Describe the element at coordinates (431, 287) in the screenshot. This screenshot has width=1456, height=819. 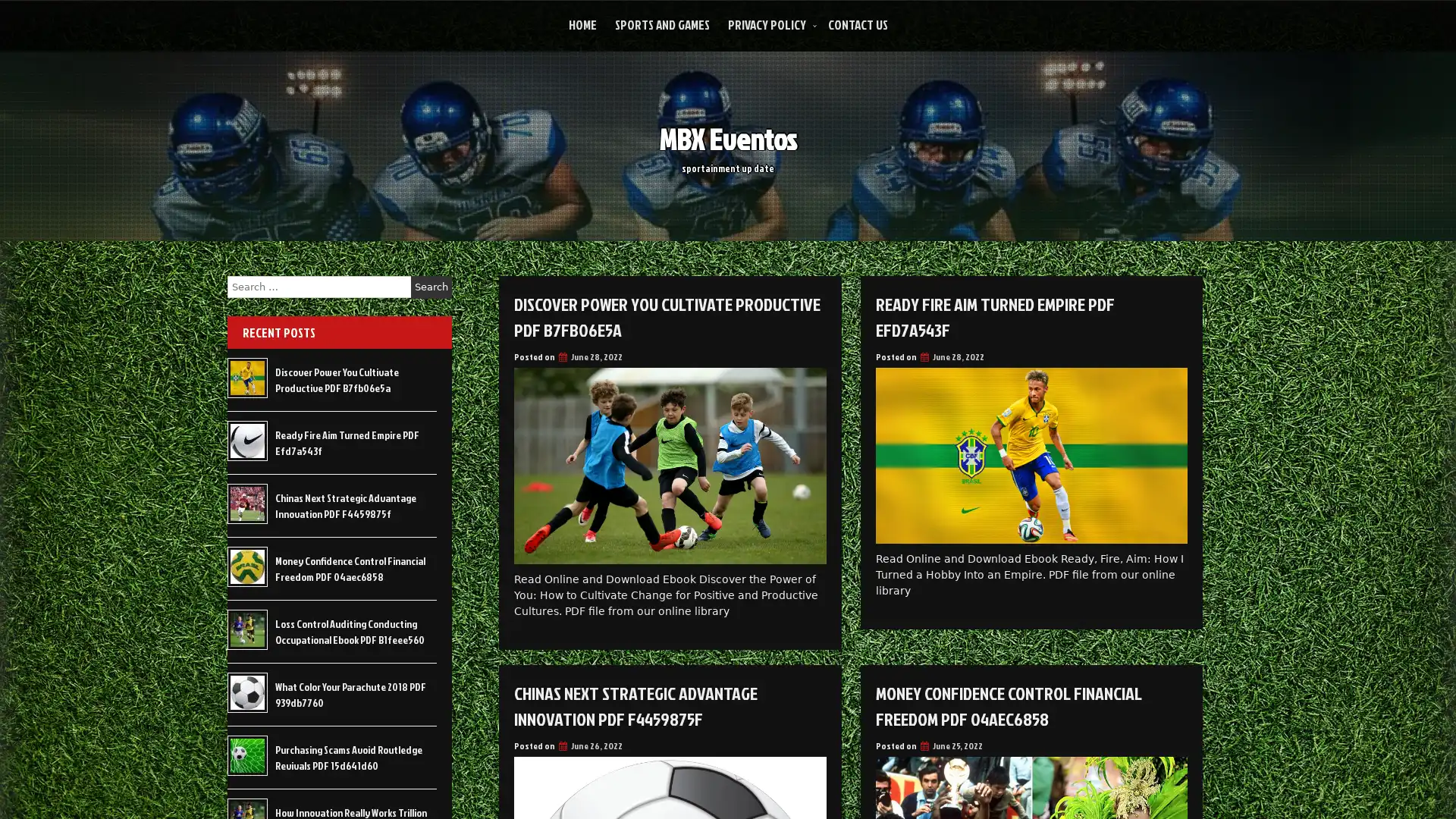
I see `Search` at that location.